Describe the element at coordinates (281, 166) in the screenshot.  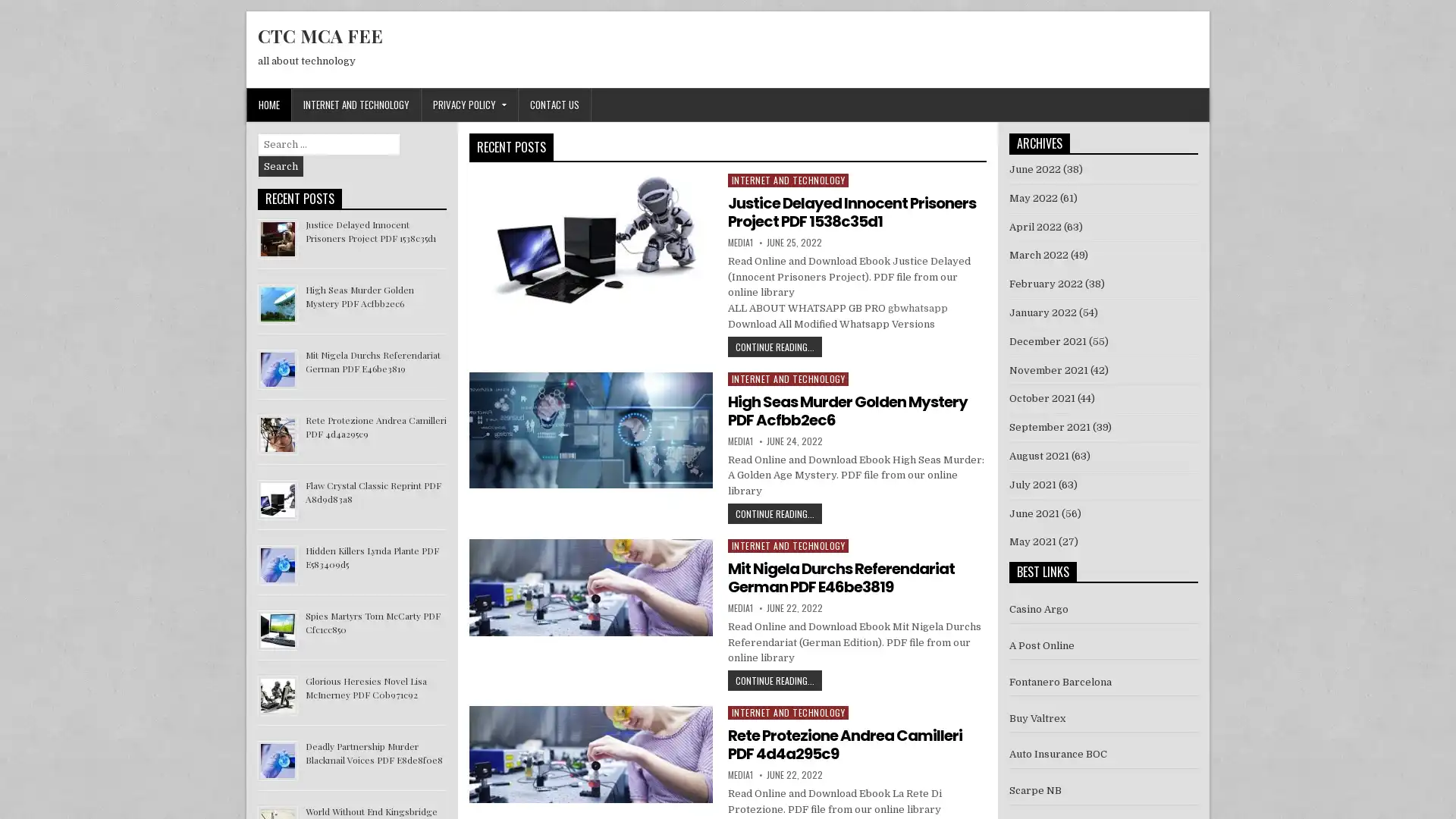
I see `Search` at that location.